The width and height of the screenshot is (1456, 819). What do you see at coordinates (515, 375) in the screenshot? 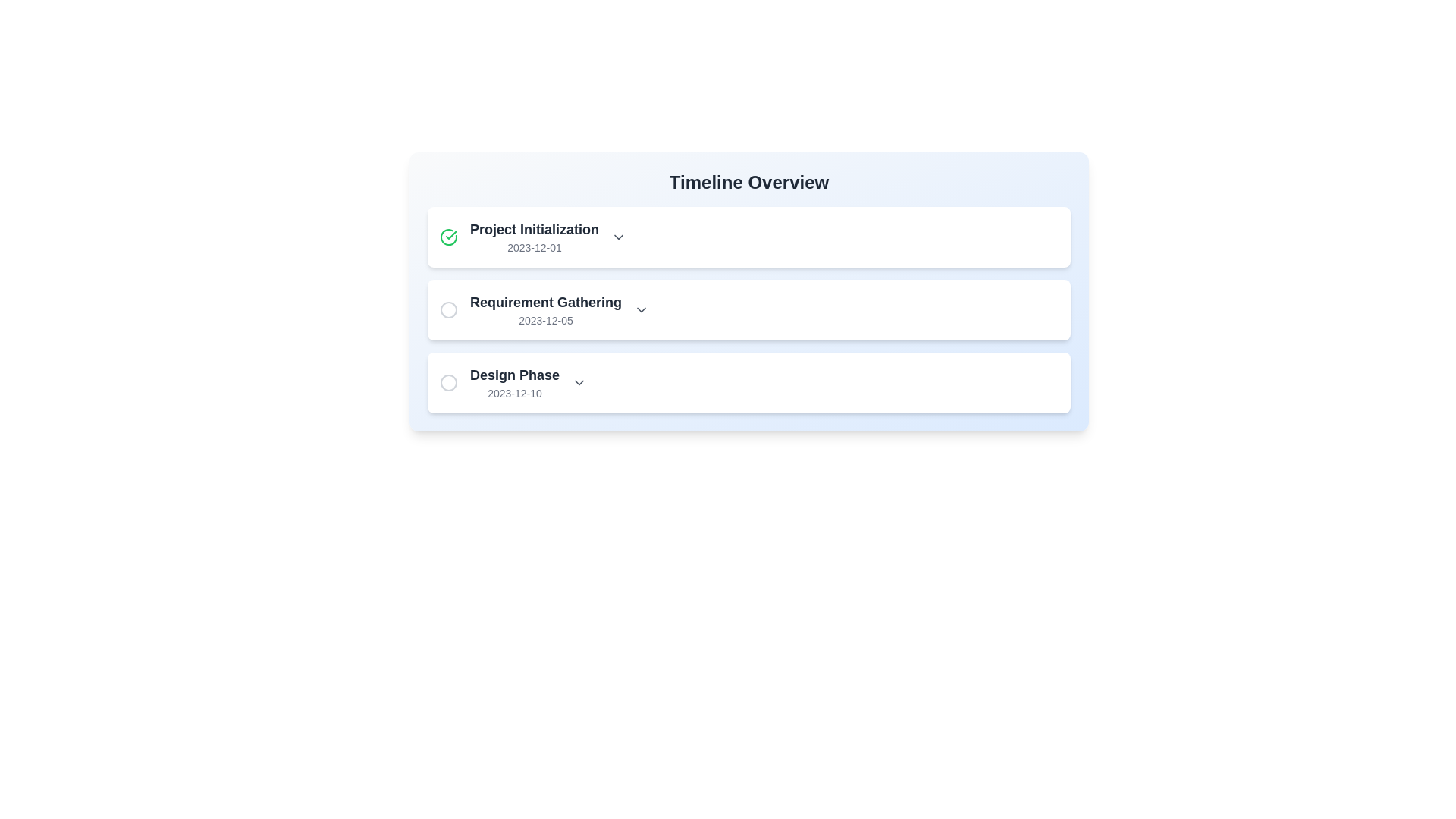
I see `the text label displaying 'Design Phase' which is the primary title of the third list item in the vertical sequence under 'Timeline Overview'` at bounding box center [515, 375].